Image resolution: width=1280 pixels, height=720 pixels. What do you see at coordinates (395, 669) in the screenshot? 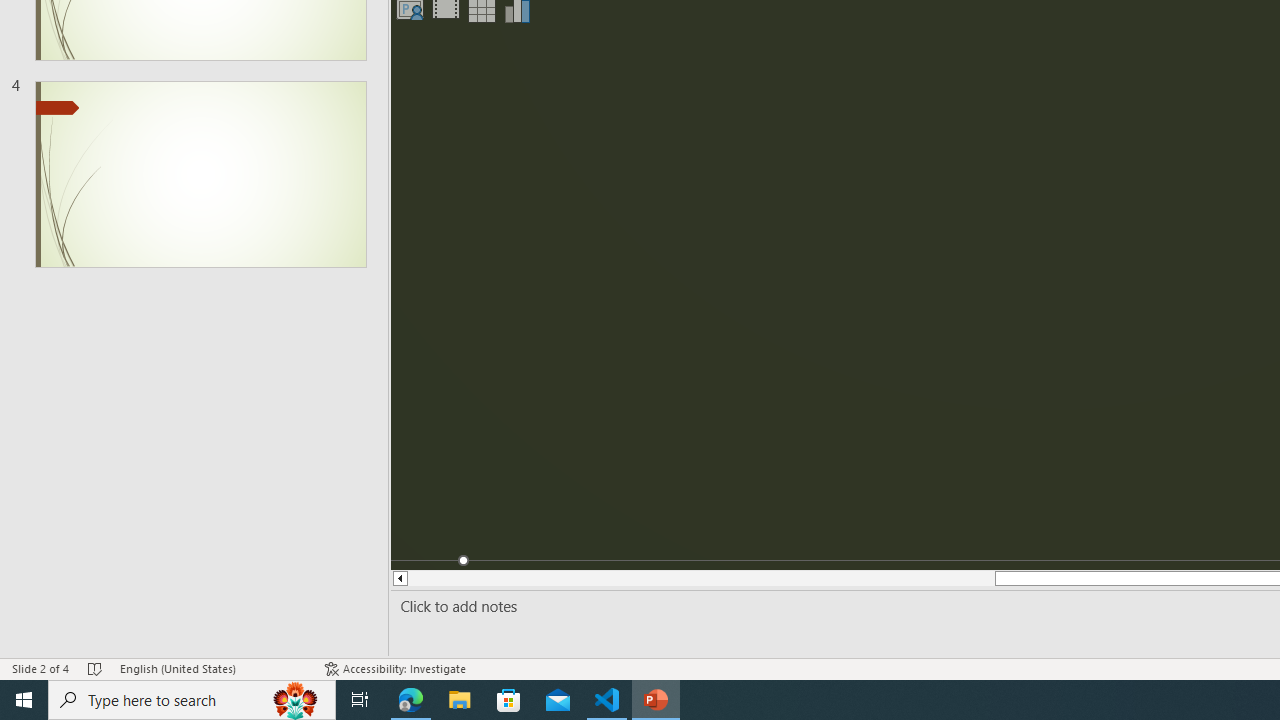
I see `'Accessibility Checker Accessibility: Investigate'` at bounding box center [395, 669].